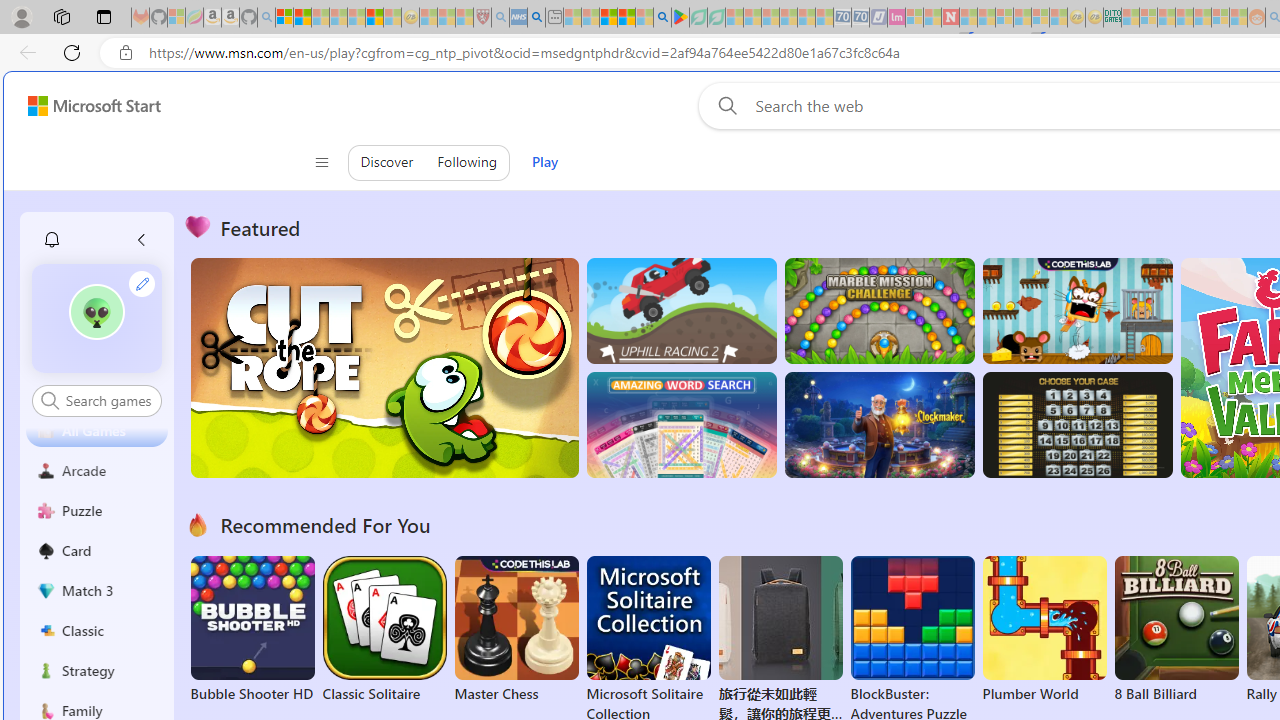  Describe the element at coordinates (681, 311) in the screenshot. I see `'Up Hill Racing 2'` at that location.